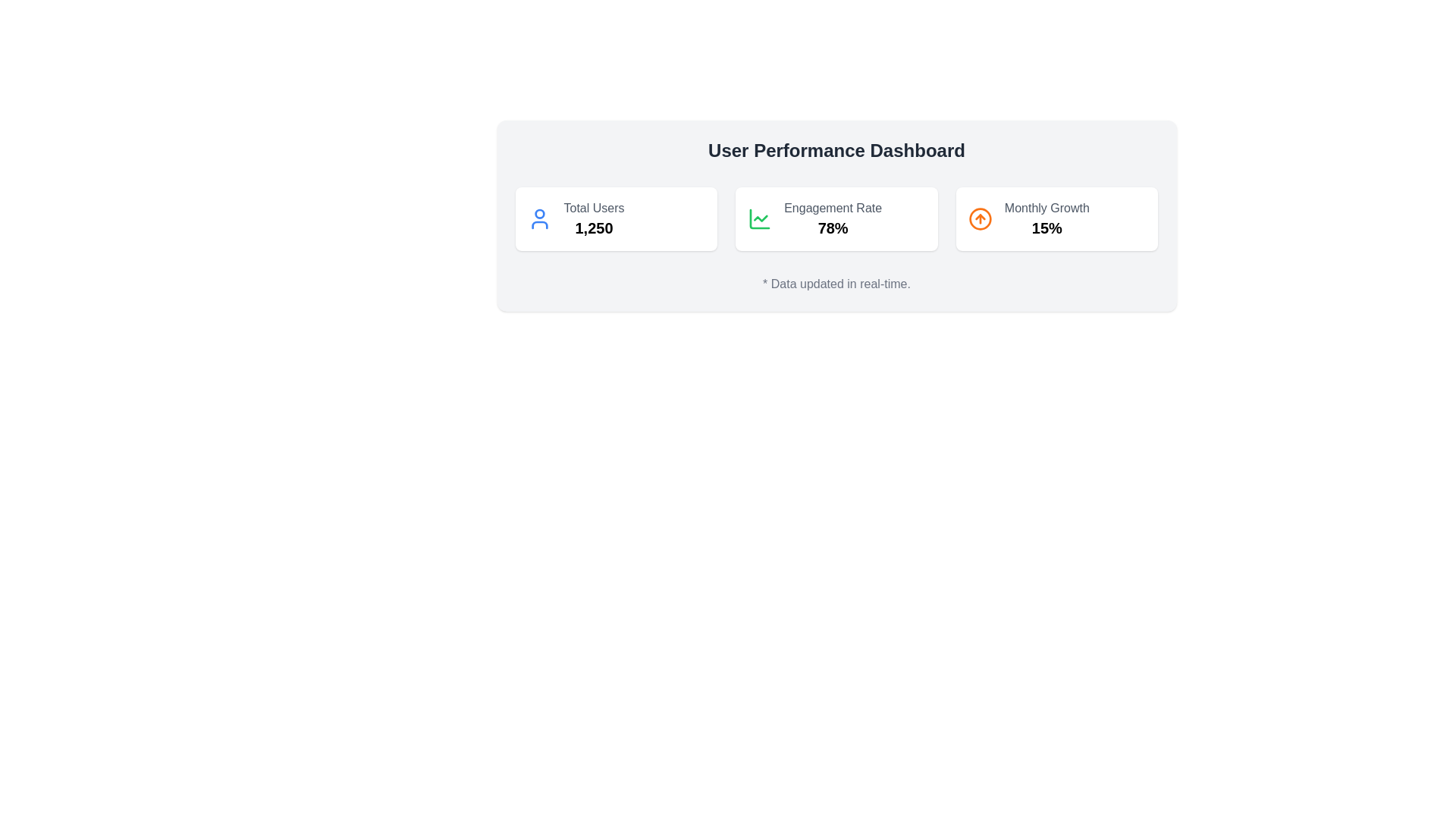 The width and height of the screenshot is (1456, 819). I want to click on text label displaying 'Monthly Growth' located in the rightmost panel of the dashboard, above the '15%' value, so click(1046, 208).